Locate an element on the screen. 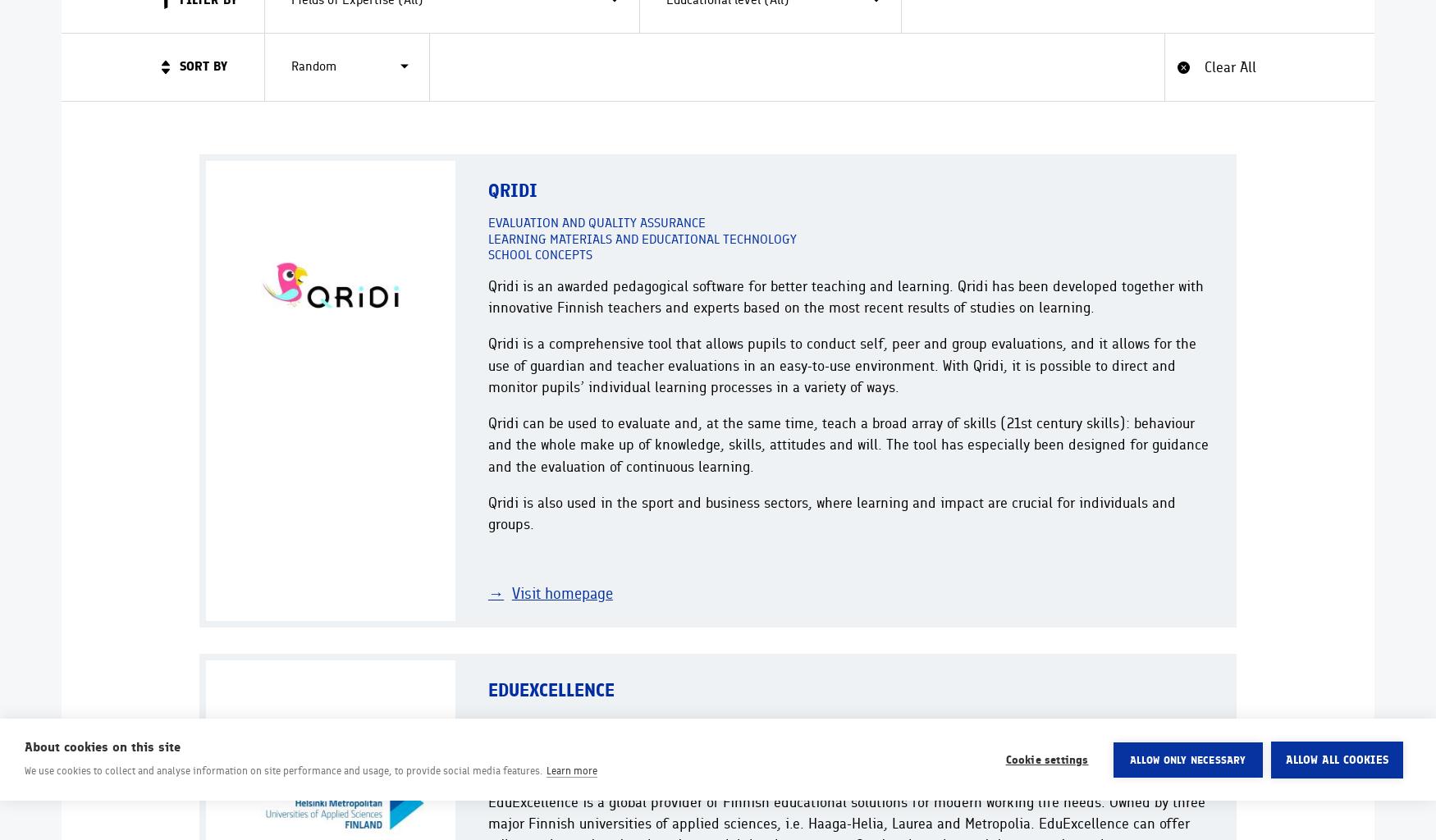 This screenshot has height=840, width=1436. 'Educational reforms' is located at coordinates (554, 737).